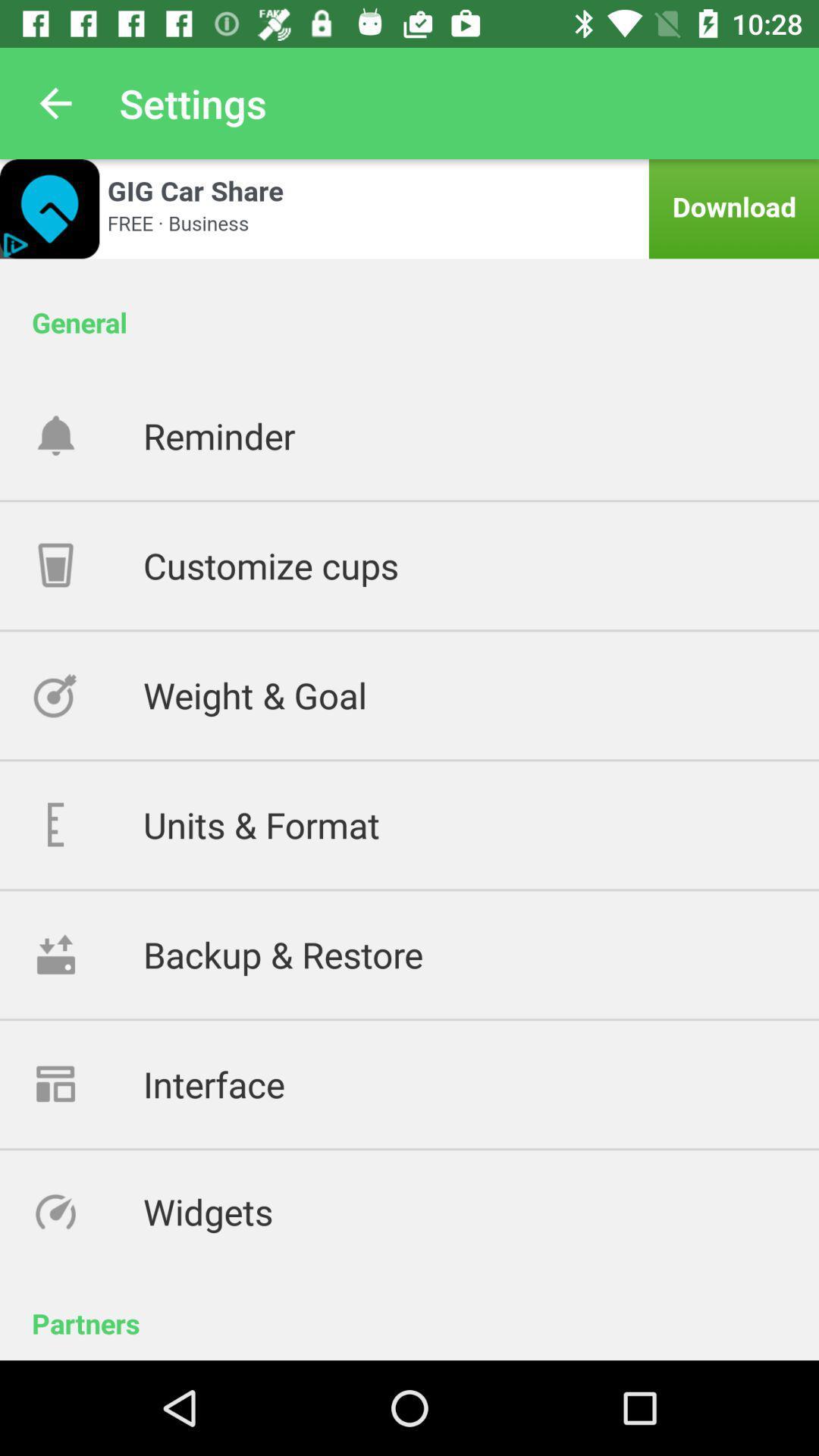 The width and height of the screenshot is (819, 1456). What do you see at coordinates (55, 102) in the screenshot?
I see `the app next to the settings app` at bounding box center [55, 102].